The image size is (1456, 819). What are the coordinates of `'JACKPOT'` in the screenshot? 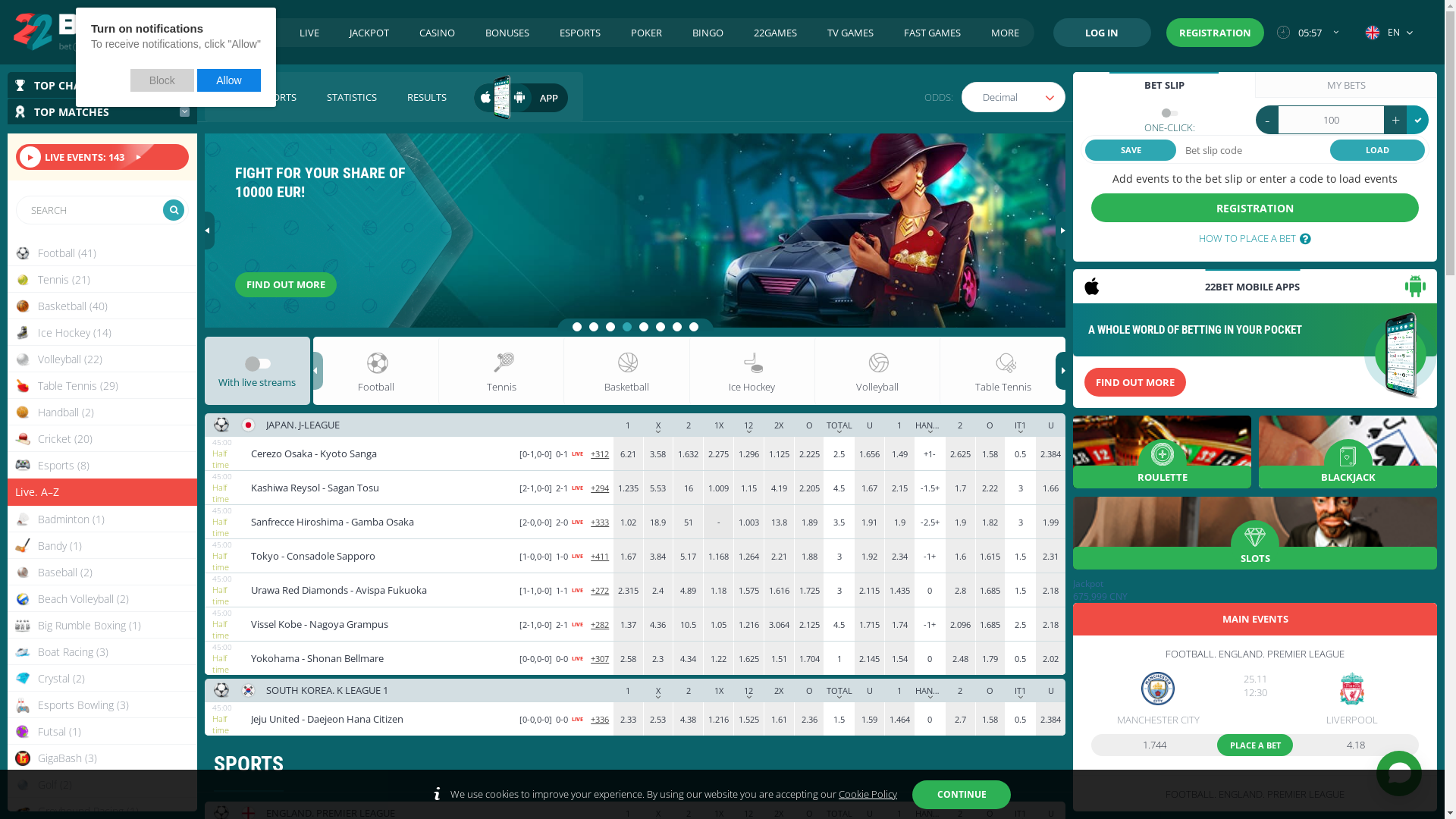 It's located at (369, 32).